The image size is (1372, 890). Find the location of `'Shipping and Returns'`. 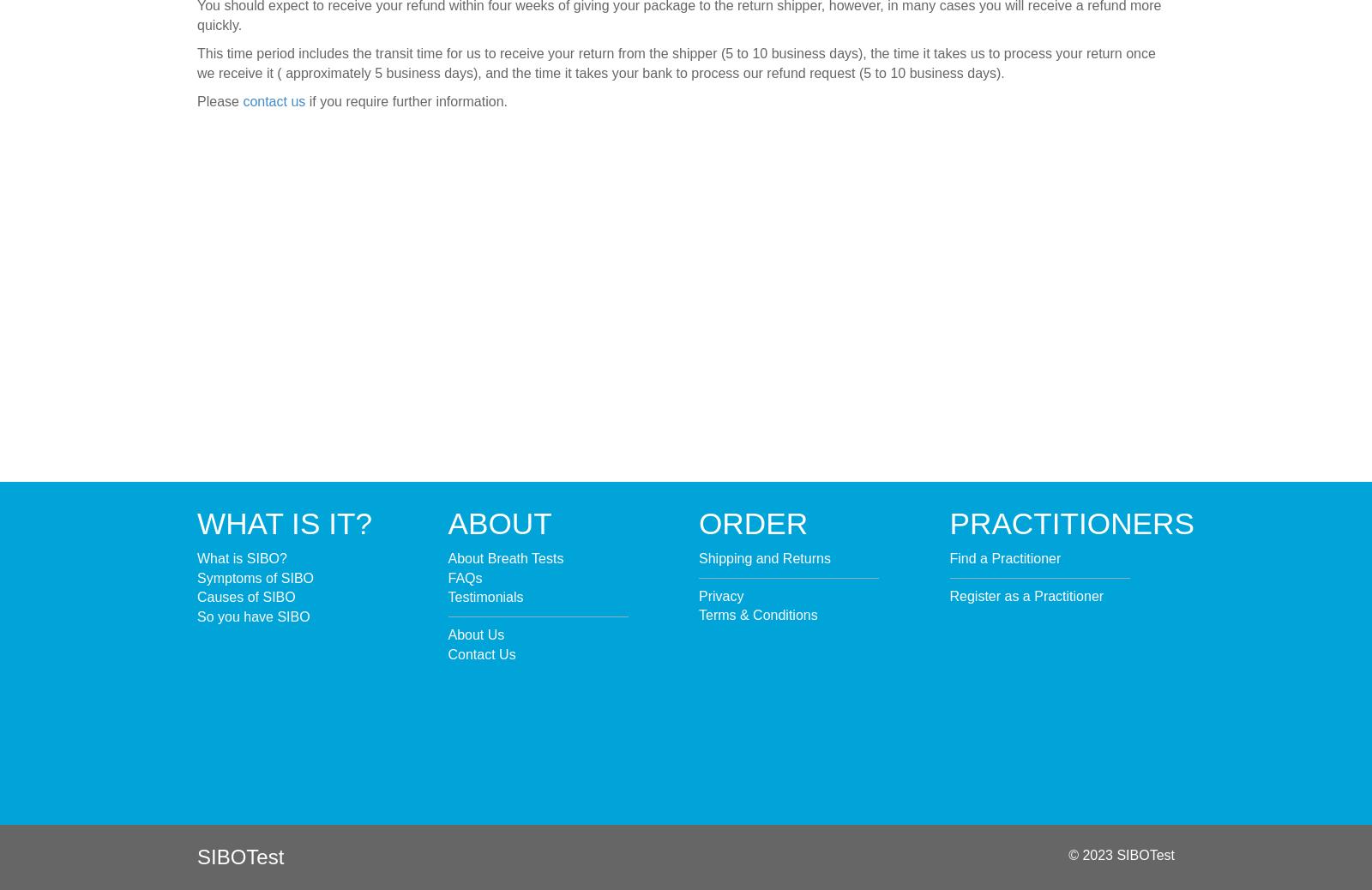

'Shipping and Returns' is located at coordinates (763, 556).